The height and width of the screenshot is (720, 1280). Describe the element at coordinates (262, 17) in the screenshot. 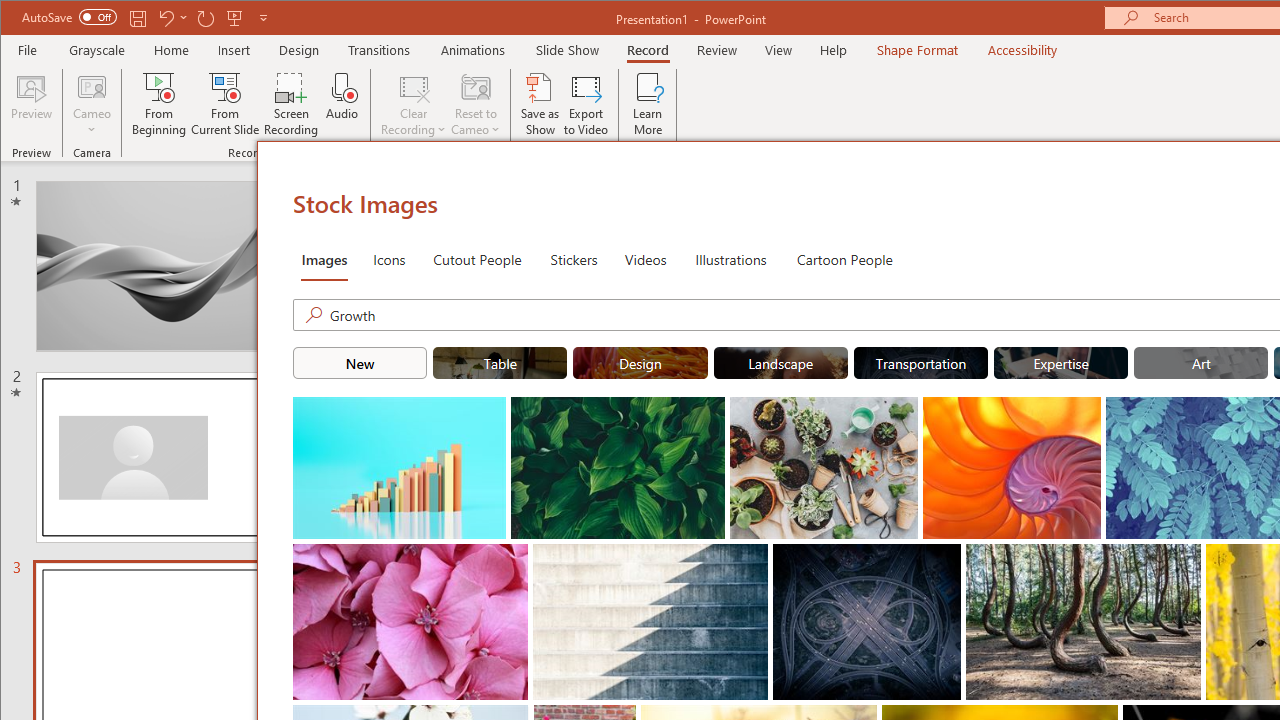

I see `'Customize Quick Access Toolbar'` at that location.